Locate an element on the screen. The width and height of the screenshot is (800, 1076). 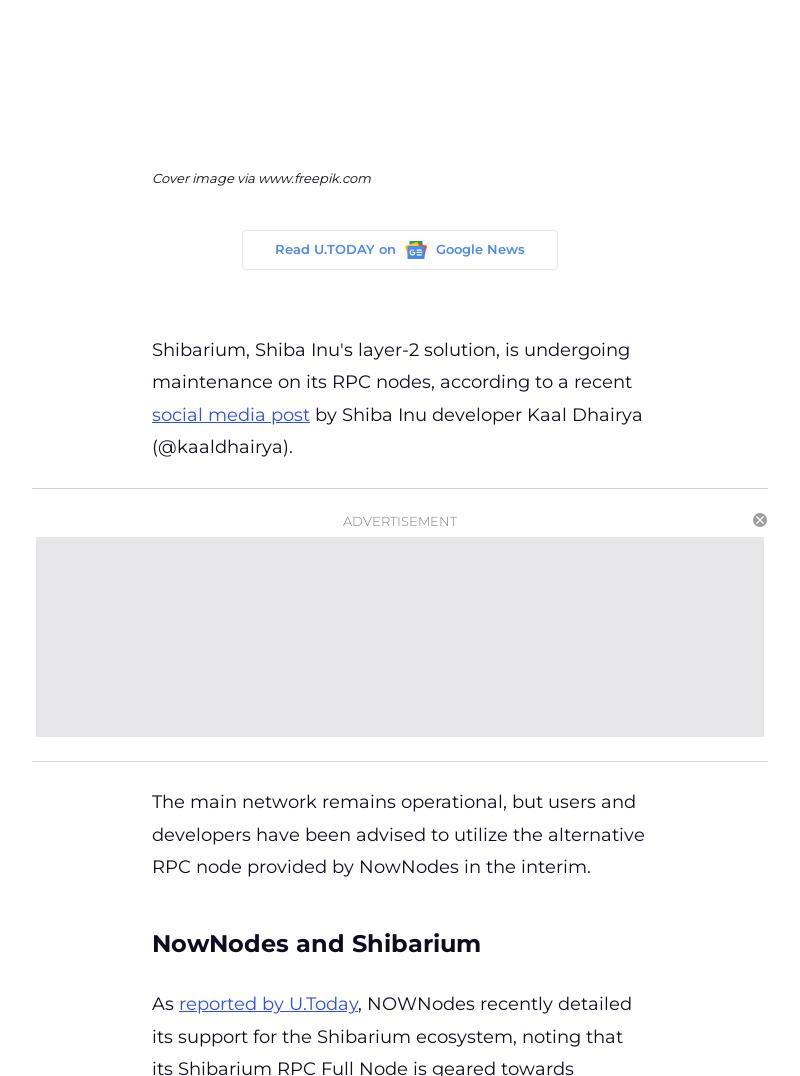
'Cover image via' is located at coordinates (204, 177).